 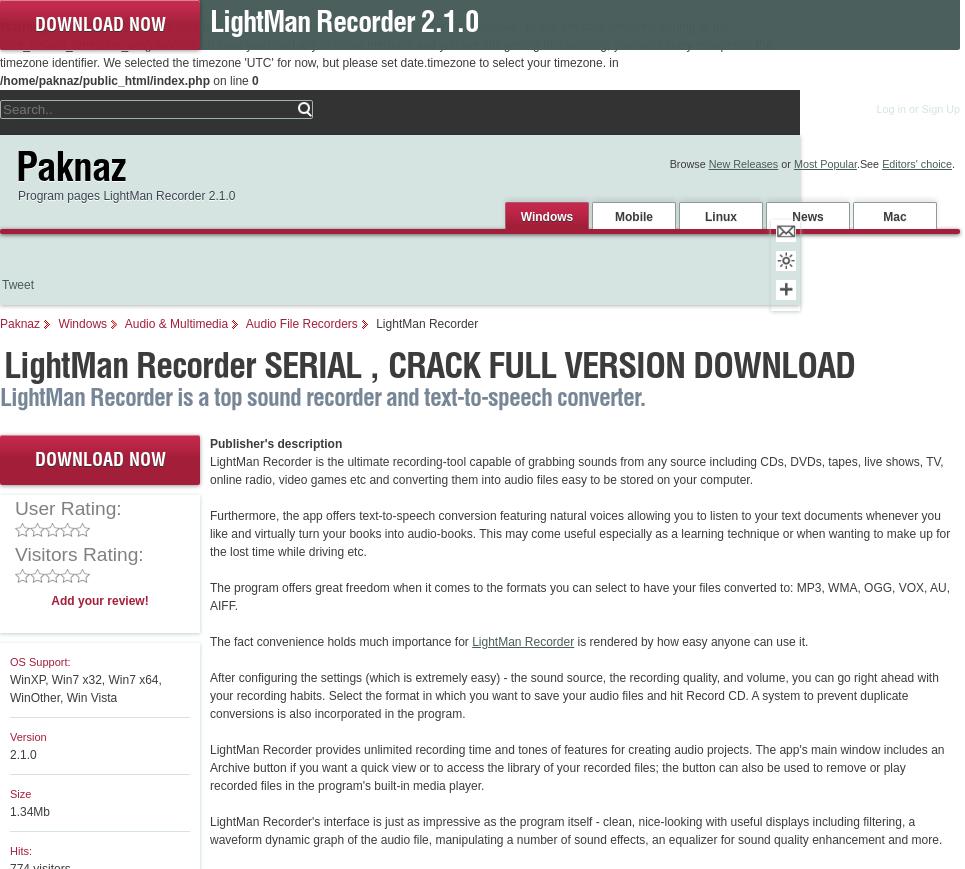 What do you see at coordinates (84, 689) in the screenshot?
I see `'WinXP, Win7 x32, Win7 x64, WinOther, Win Vista'` at bounding box center [84, 689].